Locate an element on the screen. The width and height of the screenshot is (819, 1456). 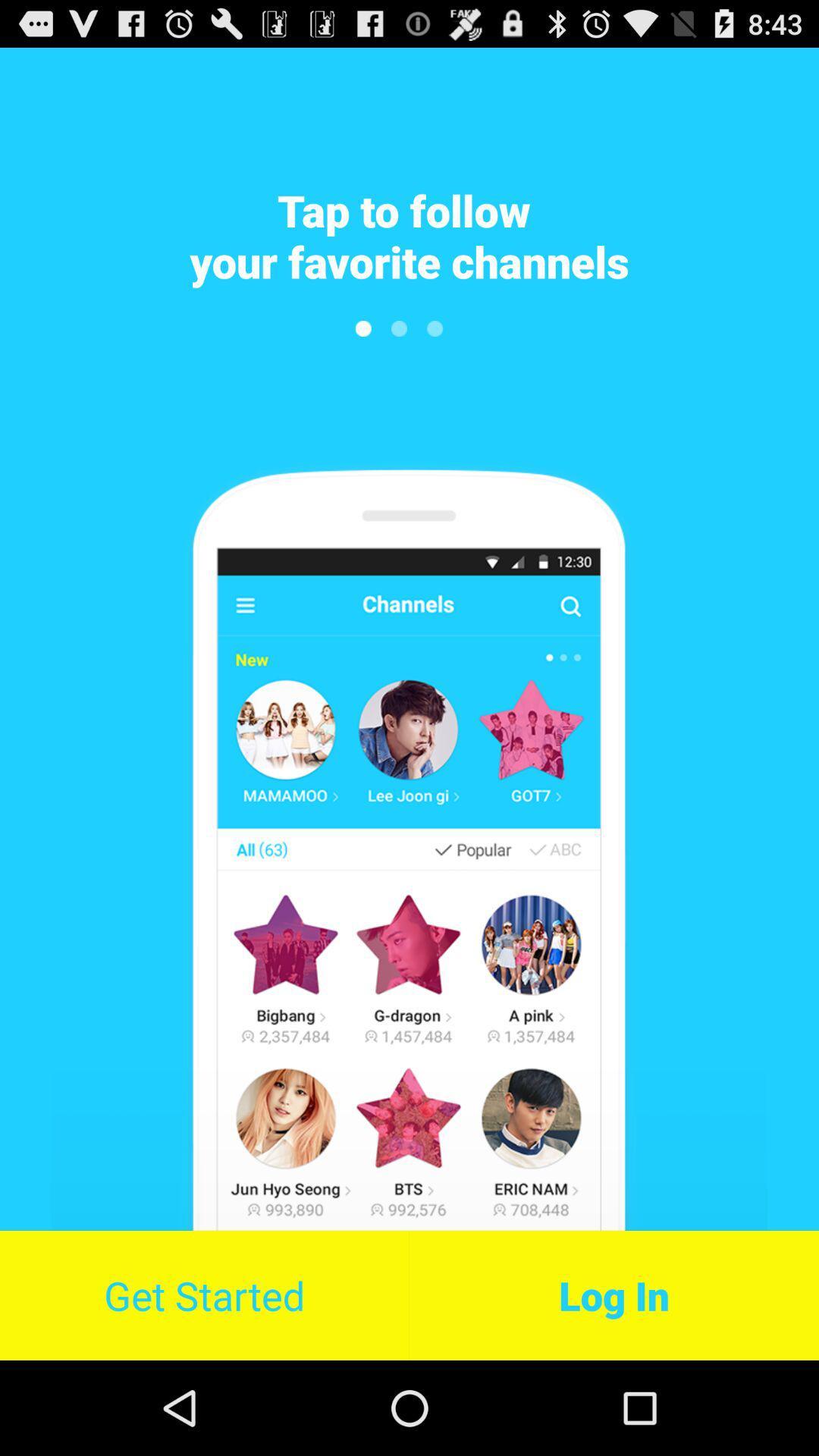
the log in is located at coordinates (614, 1294).